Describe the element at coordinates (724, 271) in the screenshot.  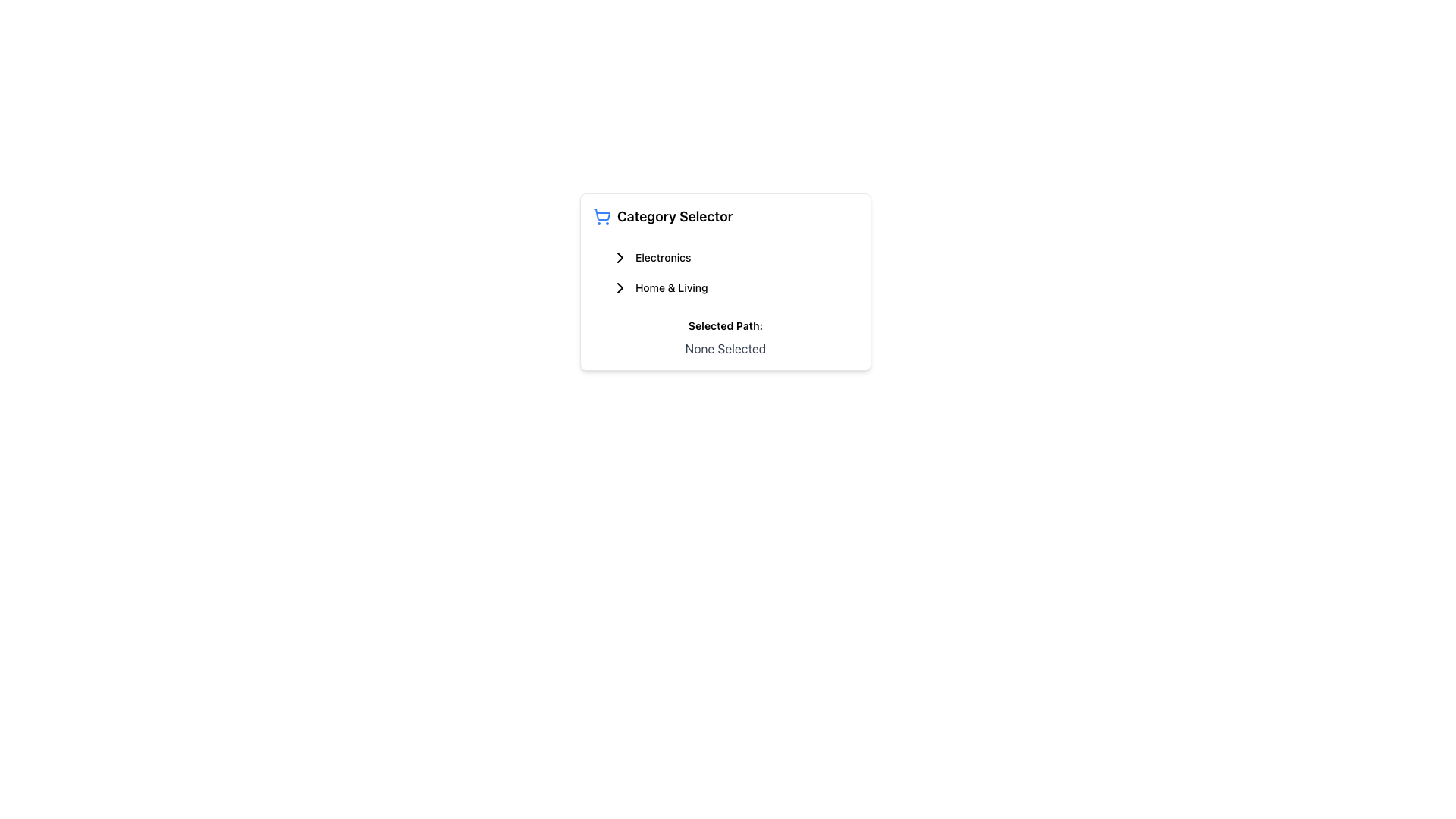
I see `the second list item labeled 'Home & Living' which is part of a vertically stacked list containing 'Electronics' and 'Home & Living'` at that location.